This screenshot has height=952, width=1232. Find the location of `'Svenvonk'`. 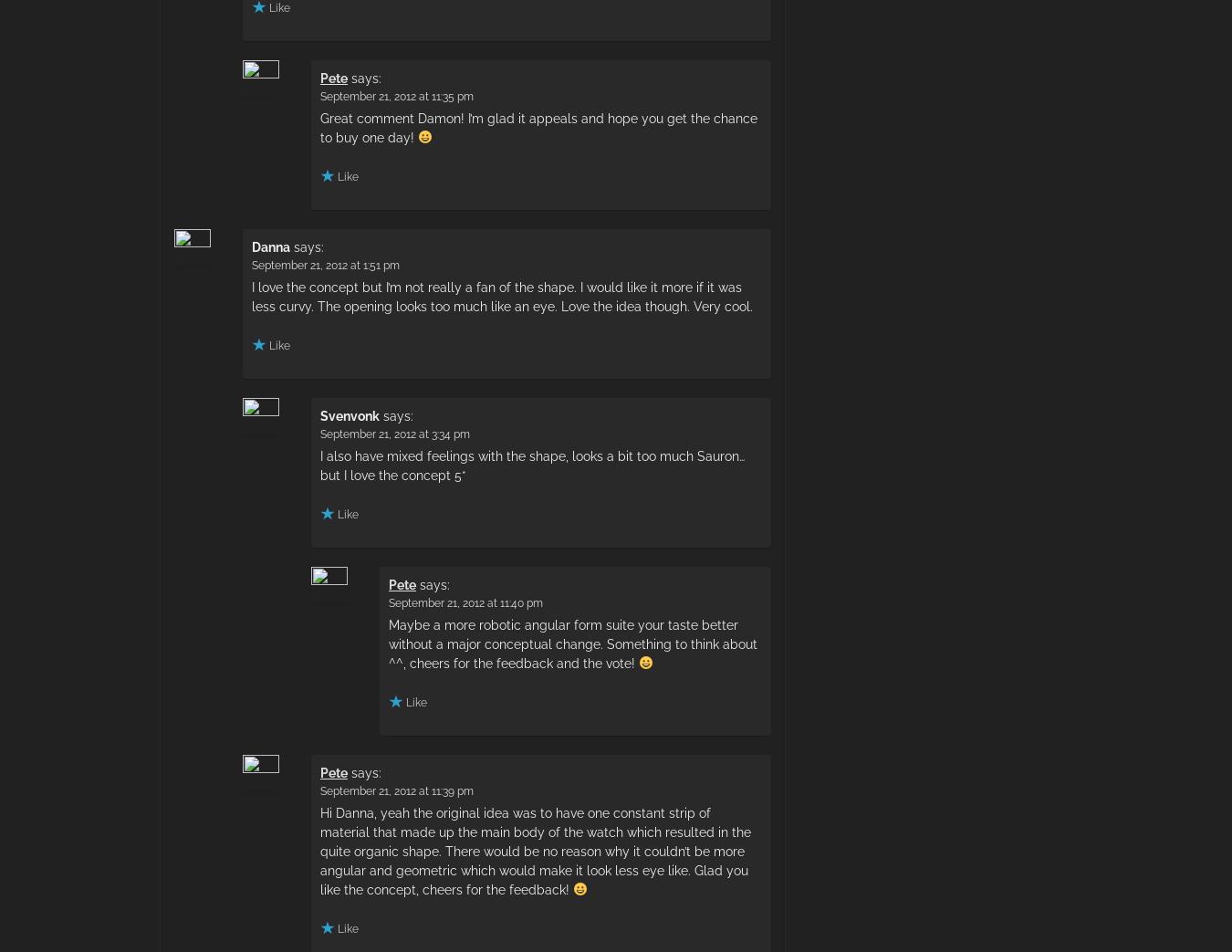

'Svenvonk' is located at coordinates (350, 413).